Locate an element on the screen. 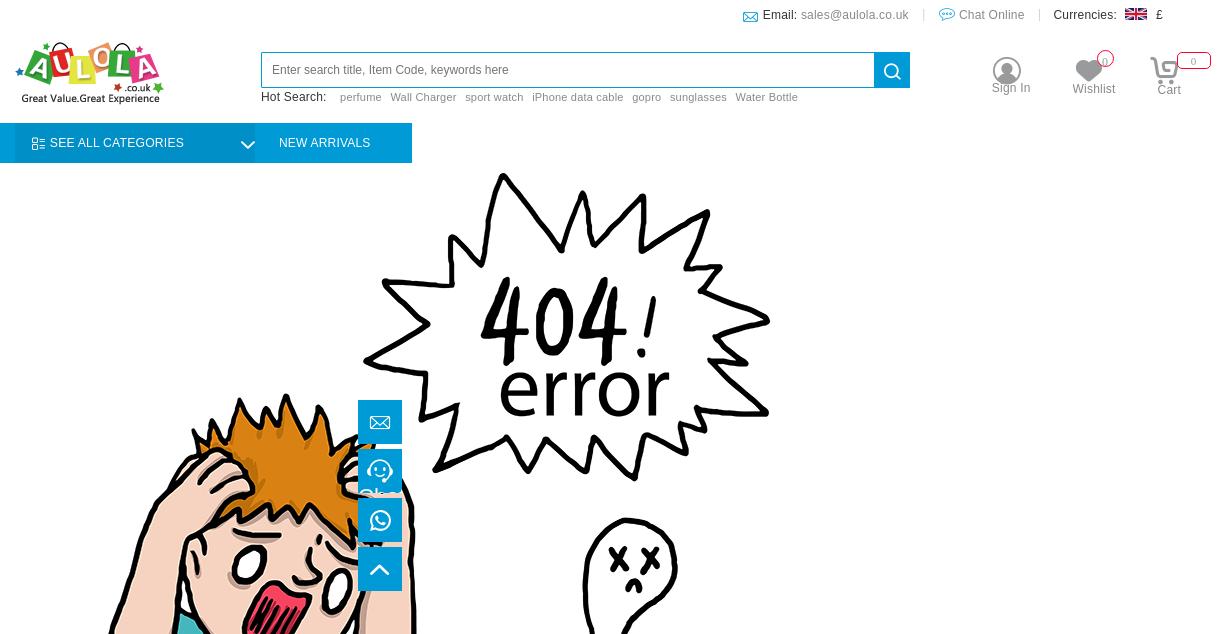 The height and width of the screenshot is (634, 1230). 'Chat Online' is located at coordinates (990, 15).